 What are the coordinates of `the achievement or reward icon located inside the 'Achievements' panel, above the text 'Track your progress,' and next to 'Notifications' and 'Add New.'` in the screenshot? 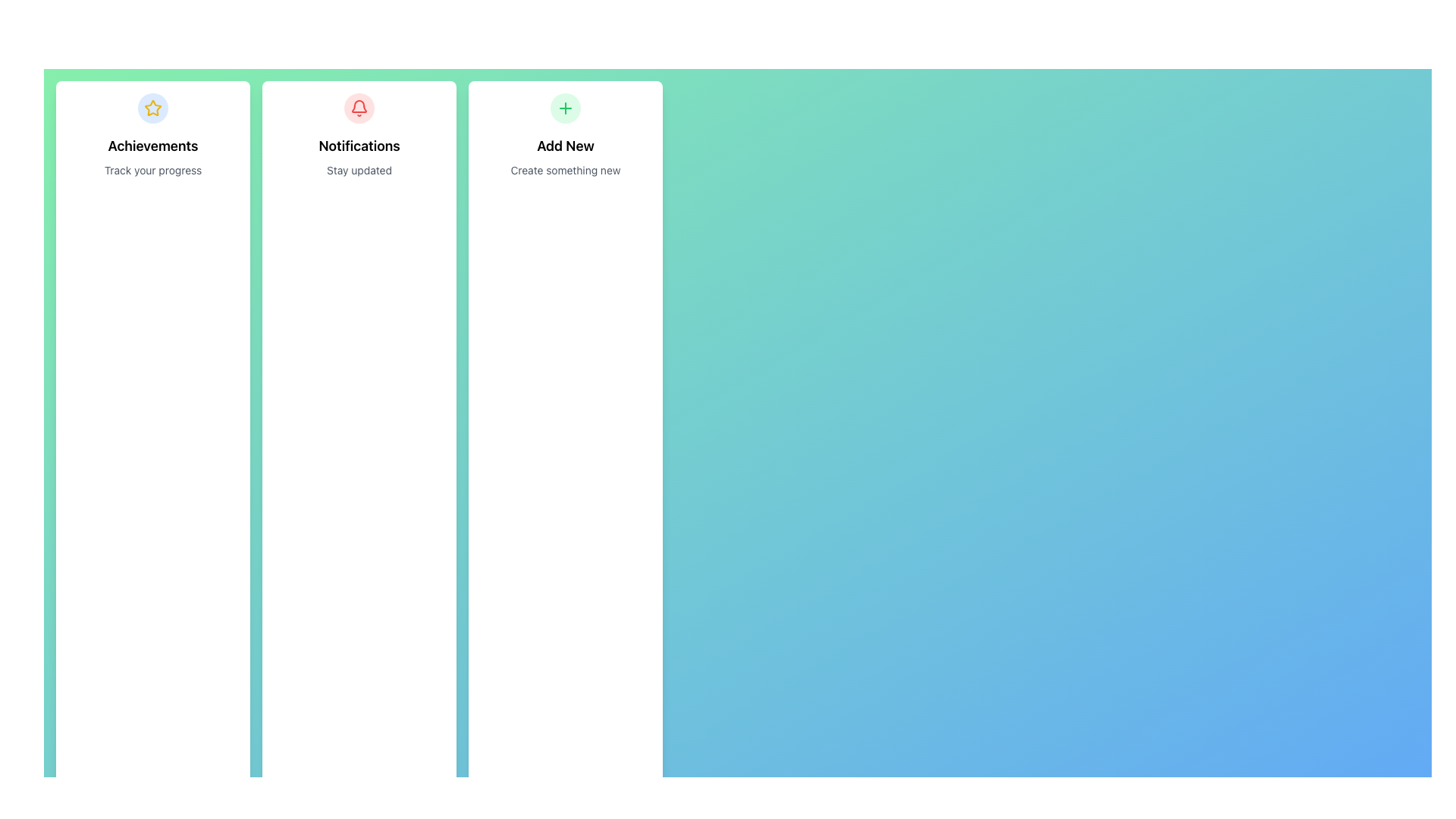 It's located at (152, 107).